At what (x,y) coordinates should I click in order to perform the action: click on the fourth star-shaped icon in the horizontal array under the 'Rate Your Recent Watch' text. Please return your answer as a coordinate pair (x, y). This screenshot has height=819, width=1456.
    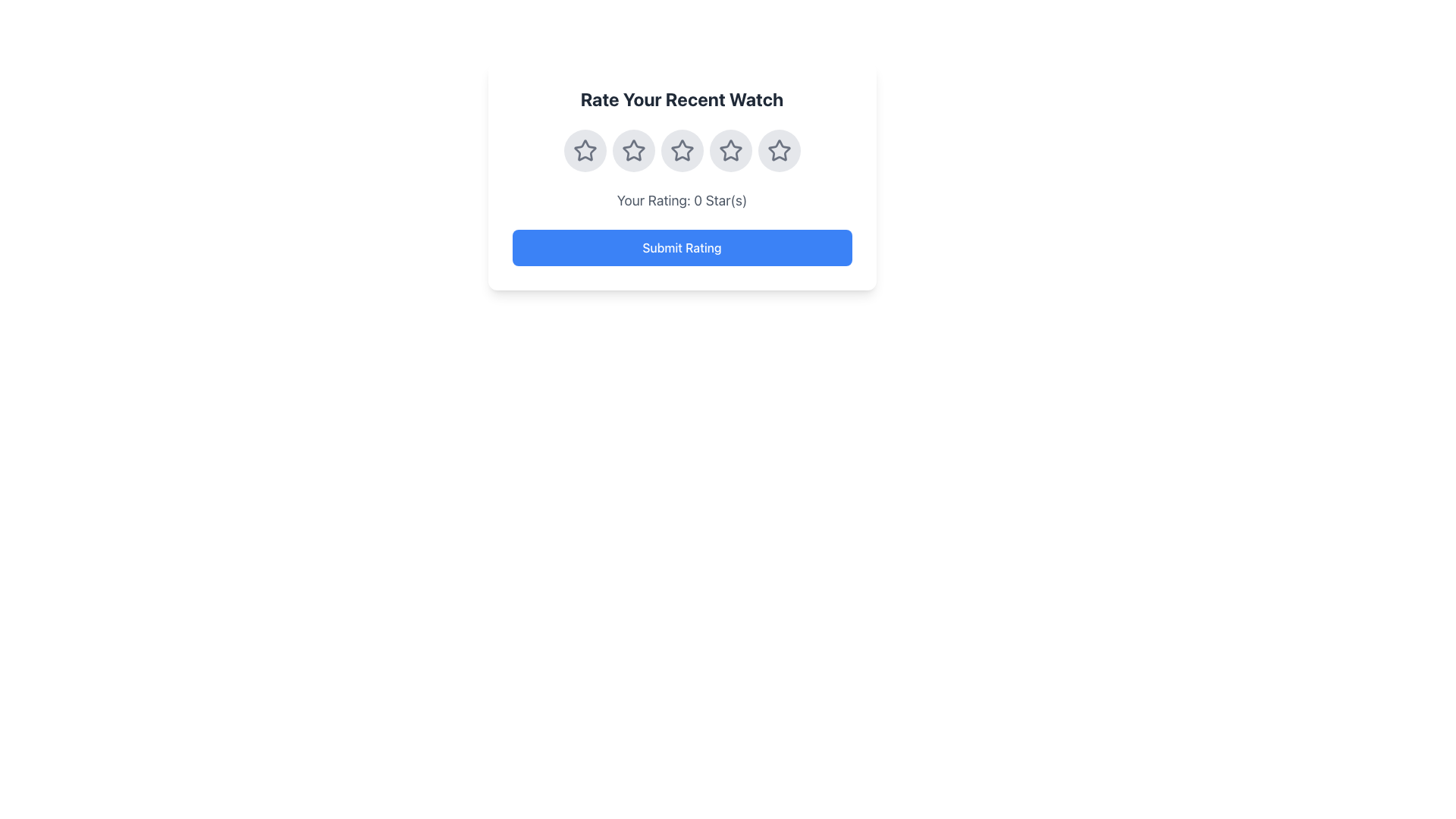
    Looking at the image, I should click on (730, 150).